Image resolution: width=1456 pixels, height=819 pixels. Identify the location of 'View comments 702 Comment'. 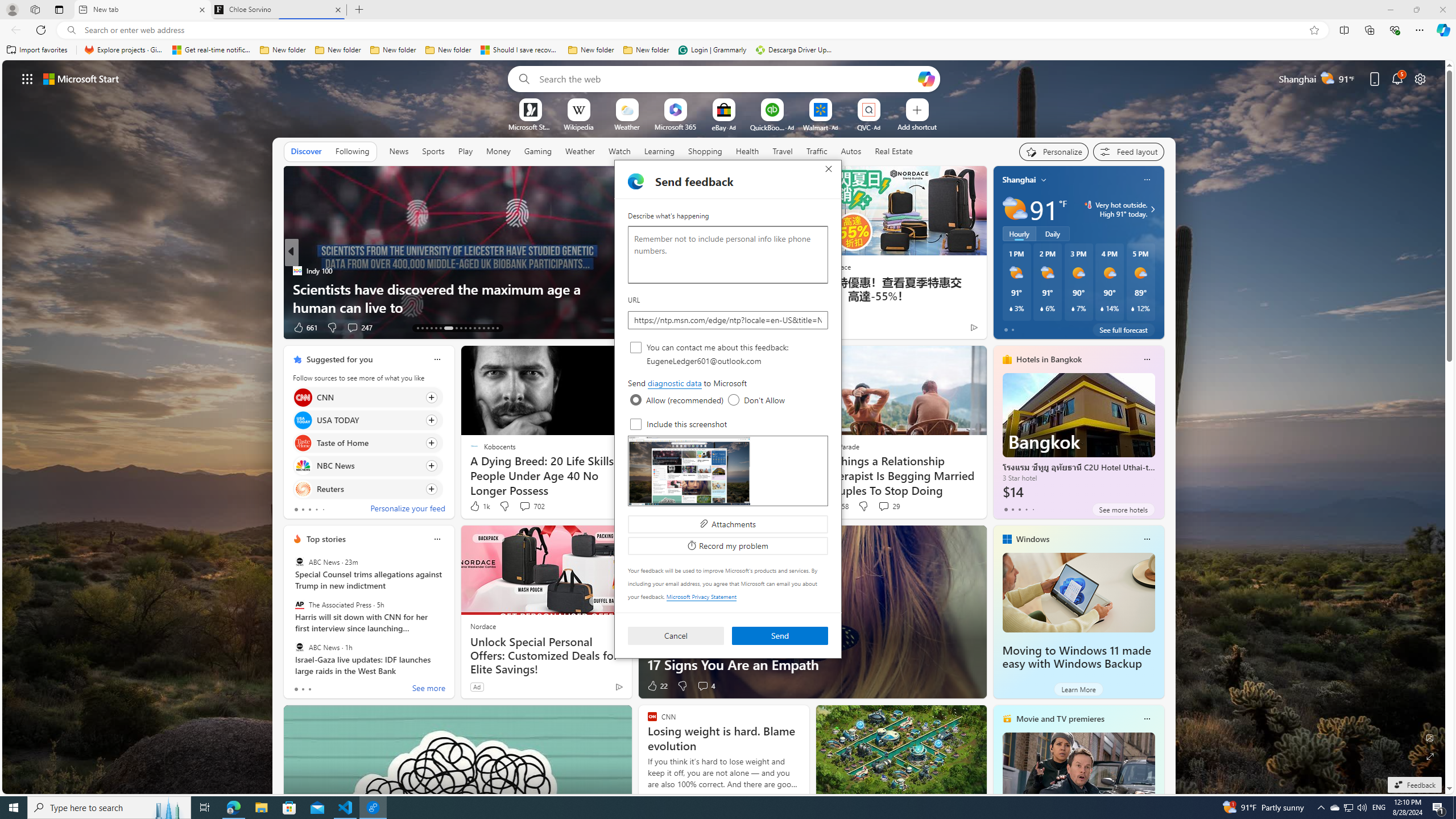
(524, 505).